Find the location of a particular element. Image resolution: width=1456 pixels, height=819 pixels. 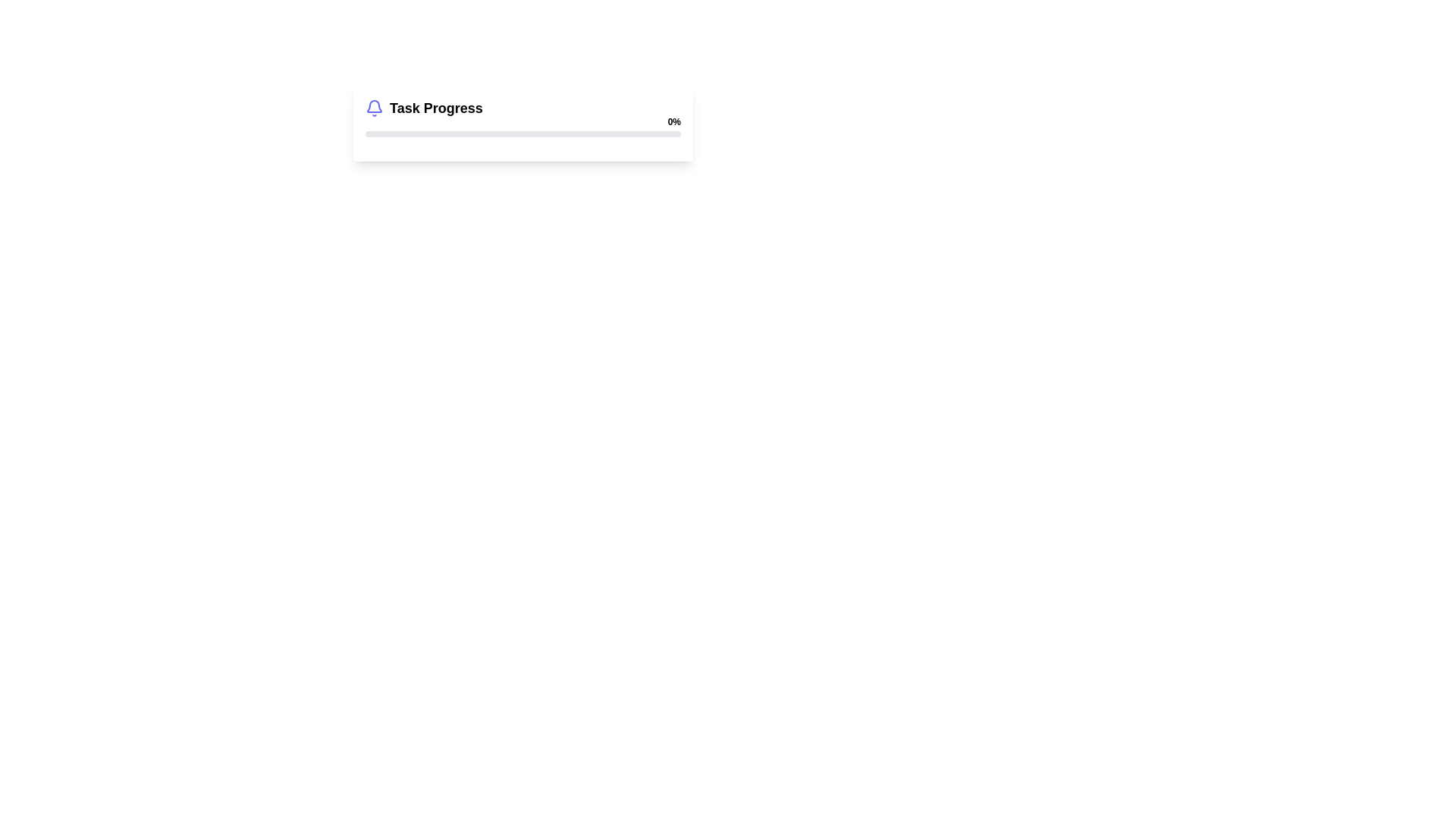

the bell icon, which is a vector graphic with a clean design, located adjacent to the 'Task Progress' progress bar is located at coordinates (375, 105).